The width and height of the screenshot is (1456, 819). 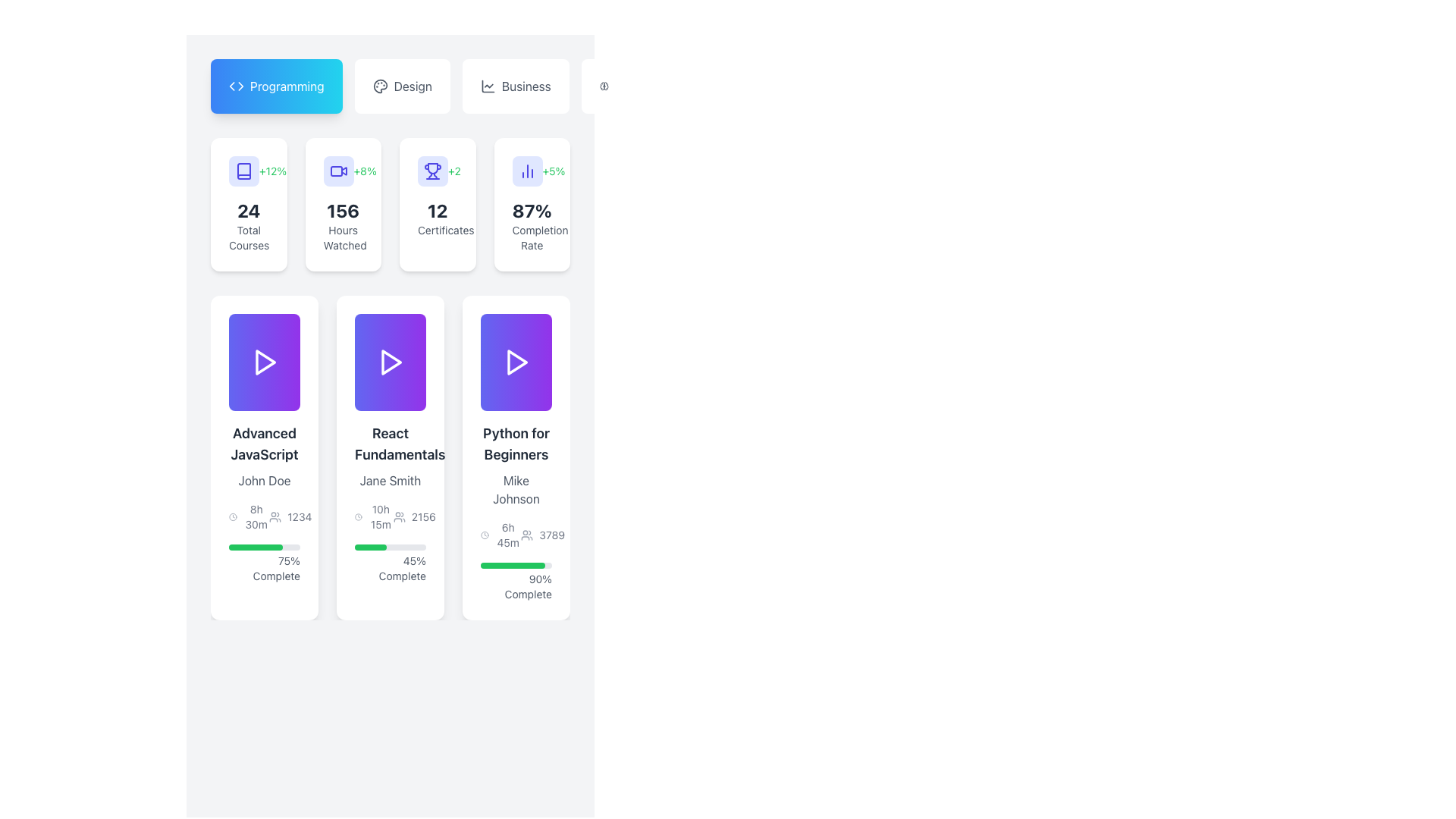 What do you see at coordinates (390, 444) in the screenshot?
I see `the text label displaying 'React Fundamentals' which is centrally aligned in a card with rounded corners and a white background` at bounding box center [390, 444].